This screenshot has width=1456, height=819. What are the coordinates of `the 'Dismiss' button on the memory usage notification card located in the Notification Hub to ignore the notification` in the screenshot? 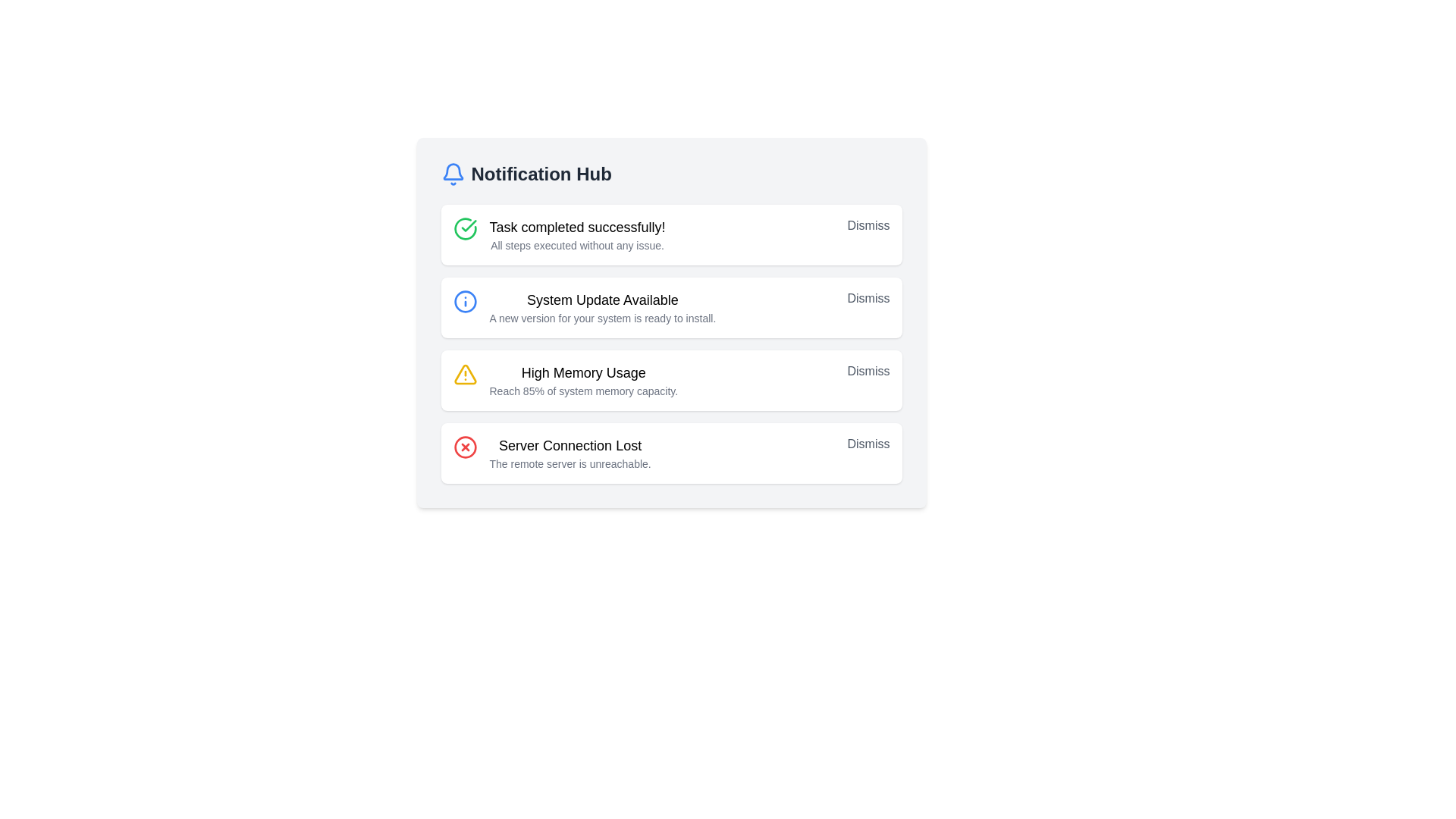 It's located at (670, 379).